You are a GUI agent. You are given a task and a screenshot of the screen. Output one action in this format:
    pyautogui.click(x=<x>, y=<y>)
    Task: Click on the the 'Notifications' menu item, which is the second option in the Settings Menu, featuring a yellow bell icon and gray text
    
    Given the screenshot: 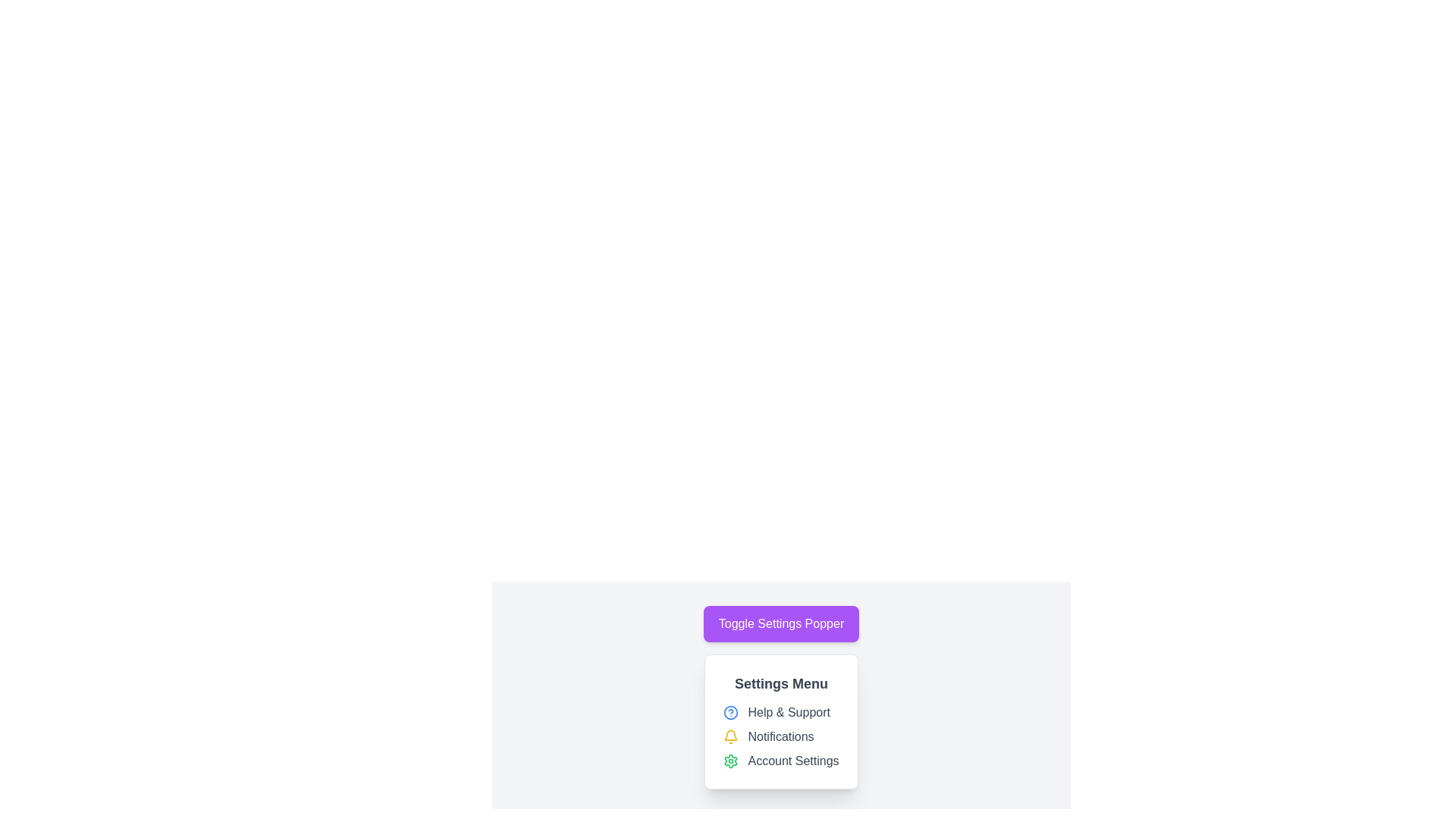 What is the action you would take?
    pyautogui.click(x=781, y=736)
    